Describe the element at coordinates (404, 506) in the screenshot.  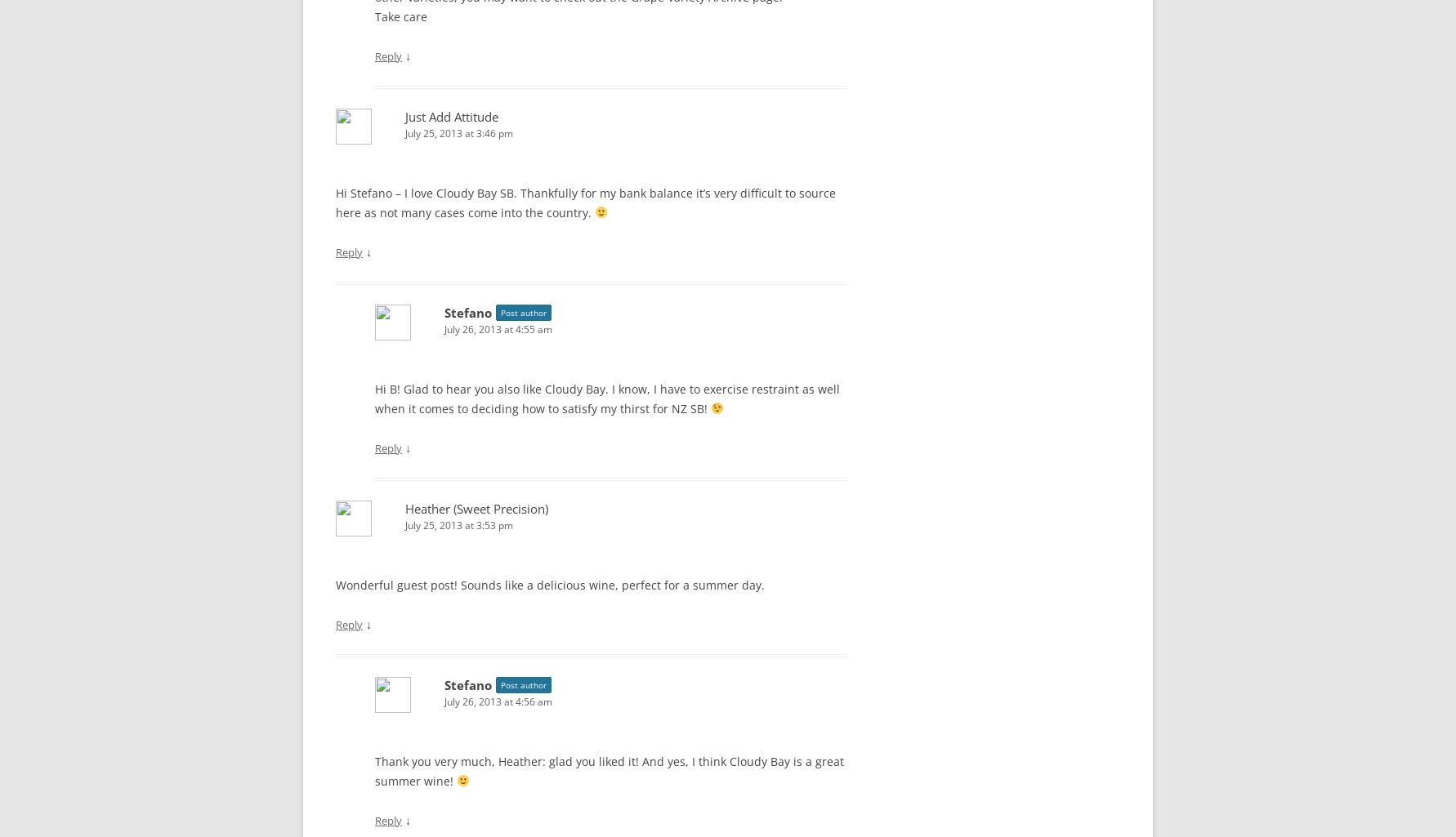
I see `'Heather (Sweet Precision)'` at that location.